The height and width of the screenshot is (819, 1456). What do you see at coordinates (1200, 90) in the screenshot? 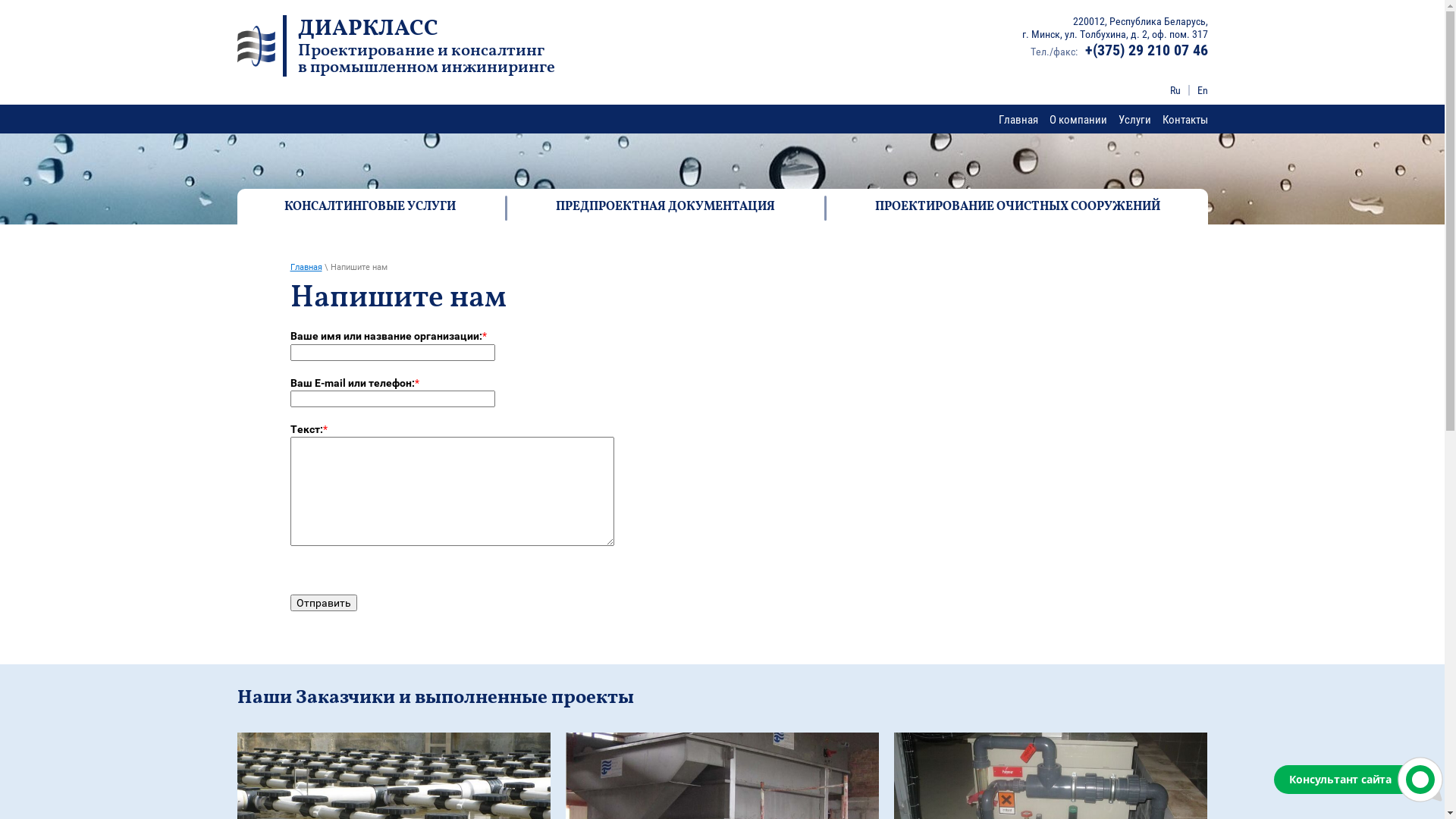
I see `'En'` at bounding box center [1200, 90].